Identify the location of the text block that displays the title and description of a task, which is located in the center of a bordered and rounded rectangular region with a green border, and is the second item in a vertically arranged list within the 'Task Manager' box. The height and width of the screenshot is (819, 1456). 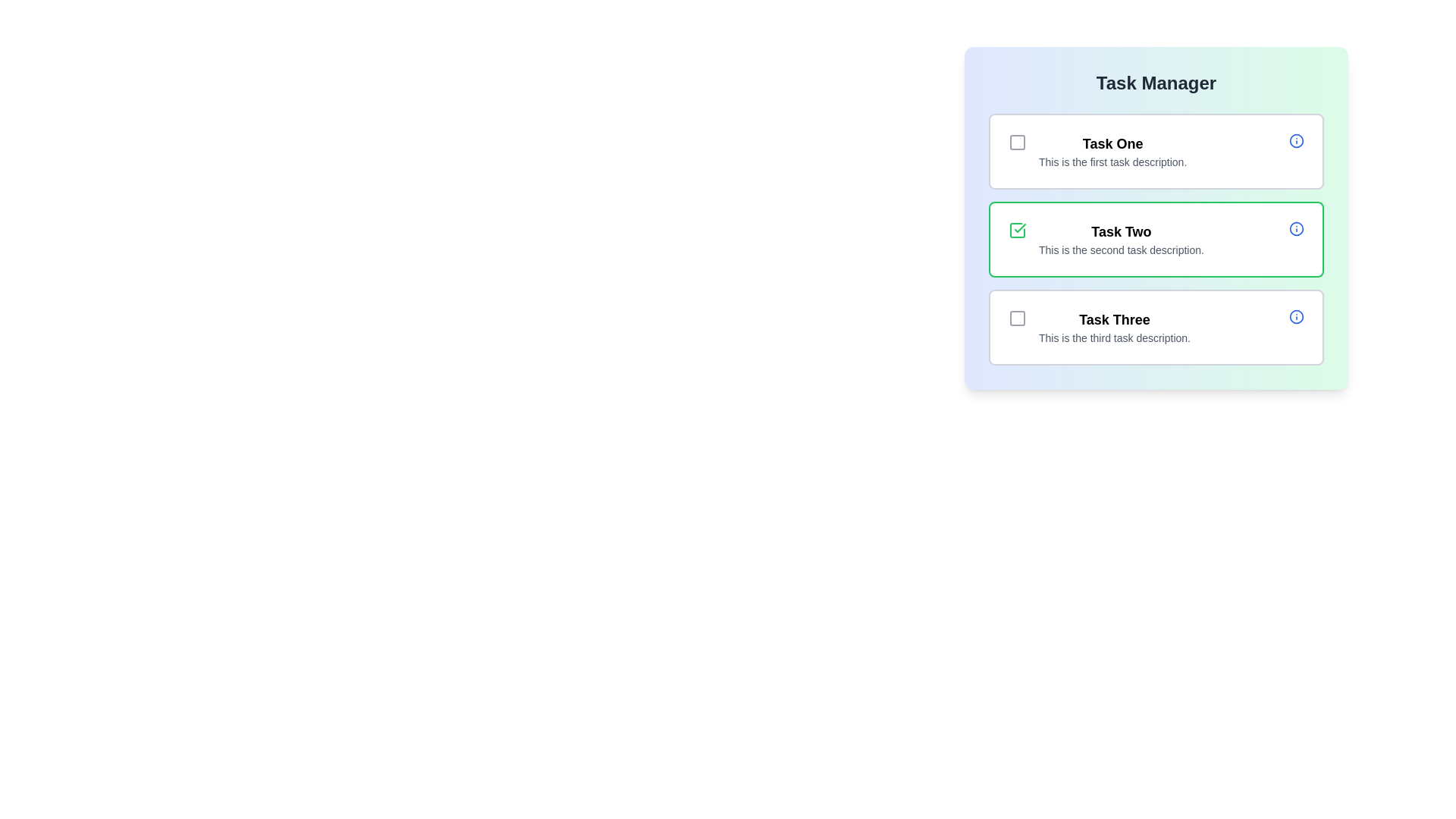
(1121, 239).